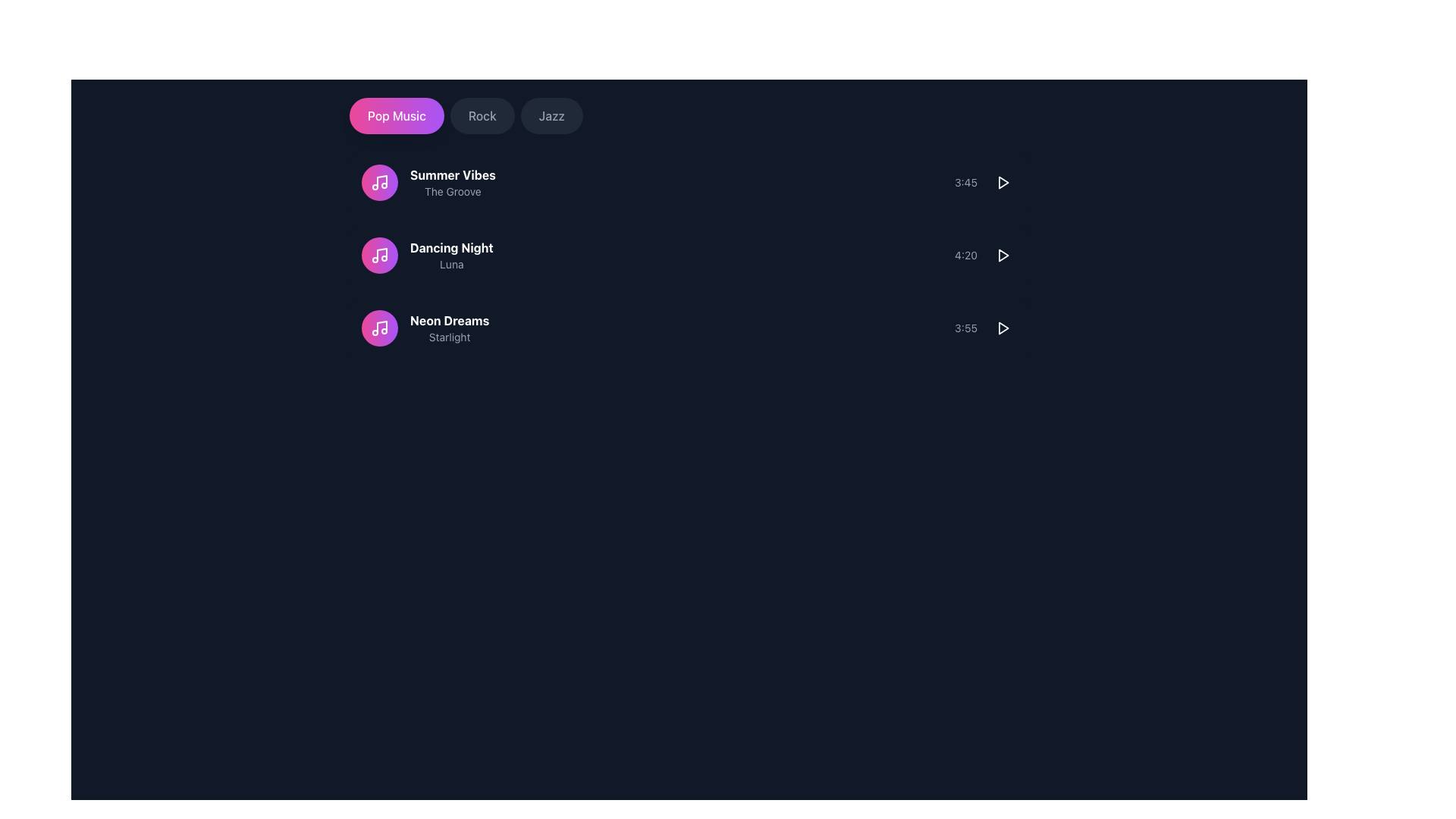  What do you see at coordinates (452, 174) in the screenshot?
I see `the text label displaying 'Summer Vibes' to associate it with the track for recognition` at bounding box center [452, 174].